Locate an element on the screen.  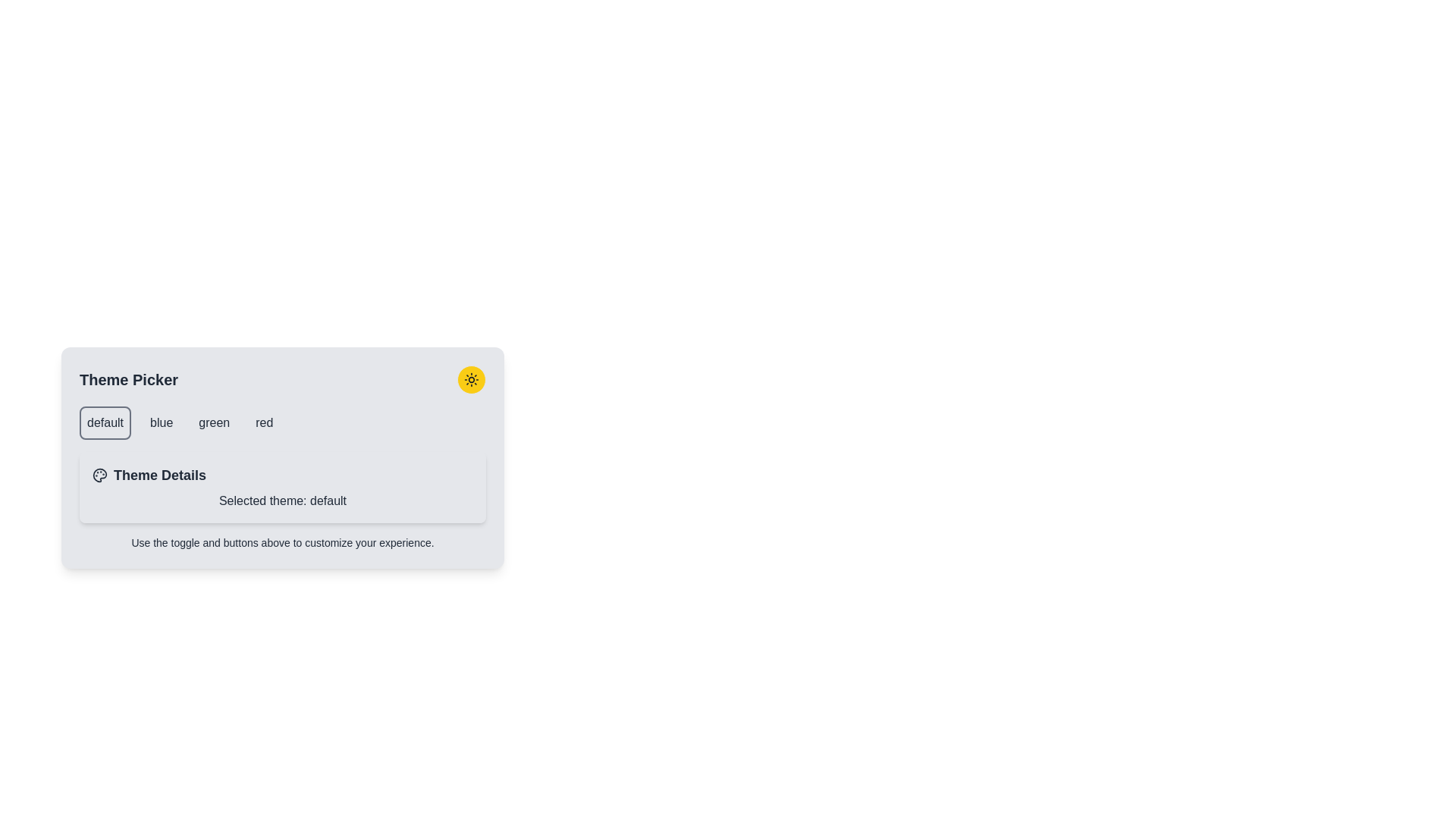
the 'default' button in the Theme Picker card is located at coordinates (105, 423).